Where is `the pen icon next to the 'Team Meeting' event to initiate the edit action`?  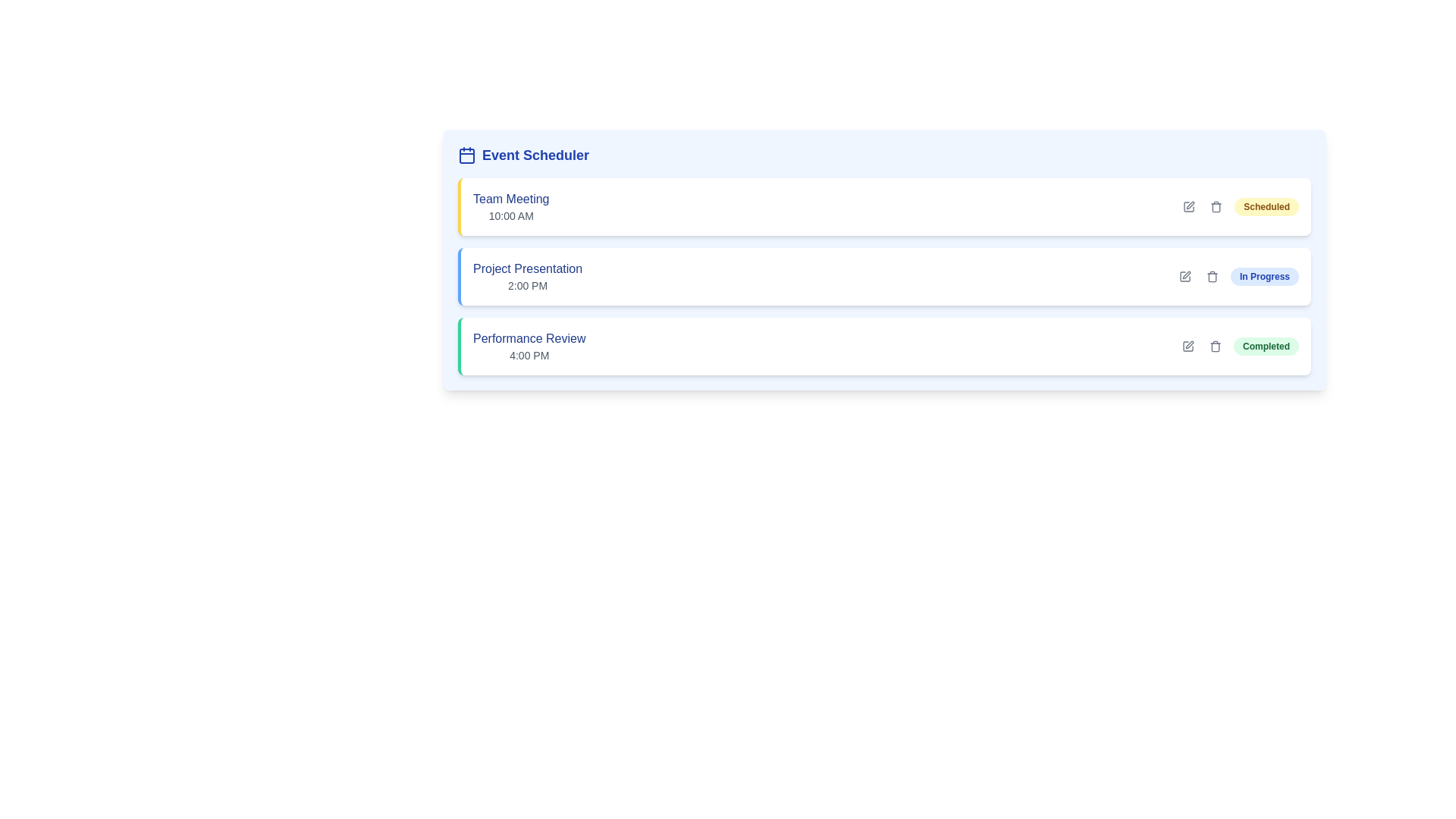
the pen icon next to the 'Team Meeting' event to initiate the edit action is located at coordinates (1189, 205).